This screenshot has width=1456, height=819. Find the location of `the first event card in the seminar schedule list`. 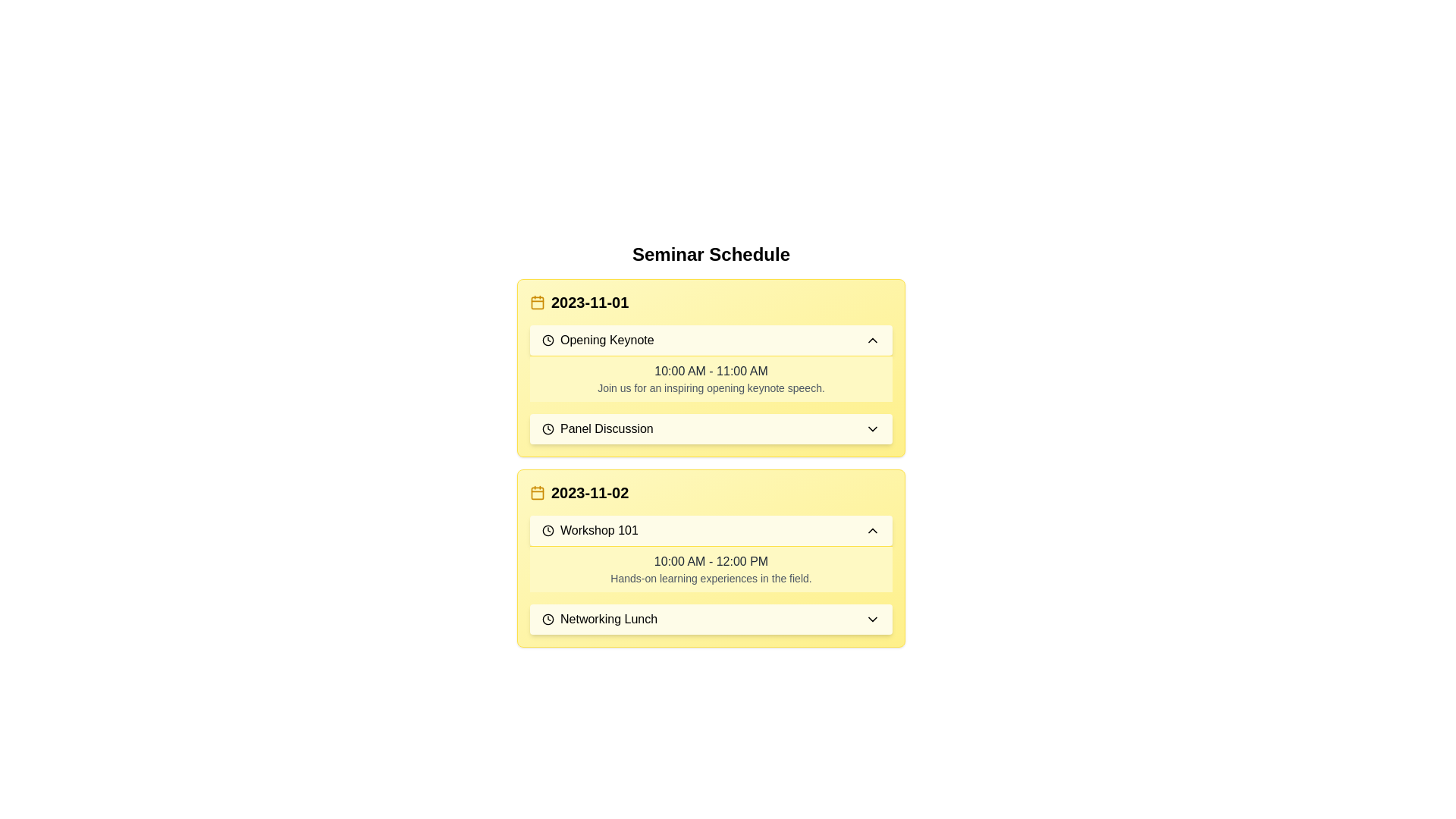

the first event card in the seminar schedule list is located at coordinates (710, 368).